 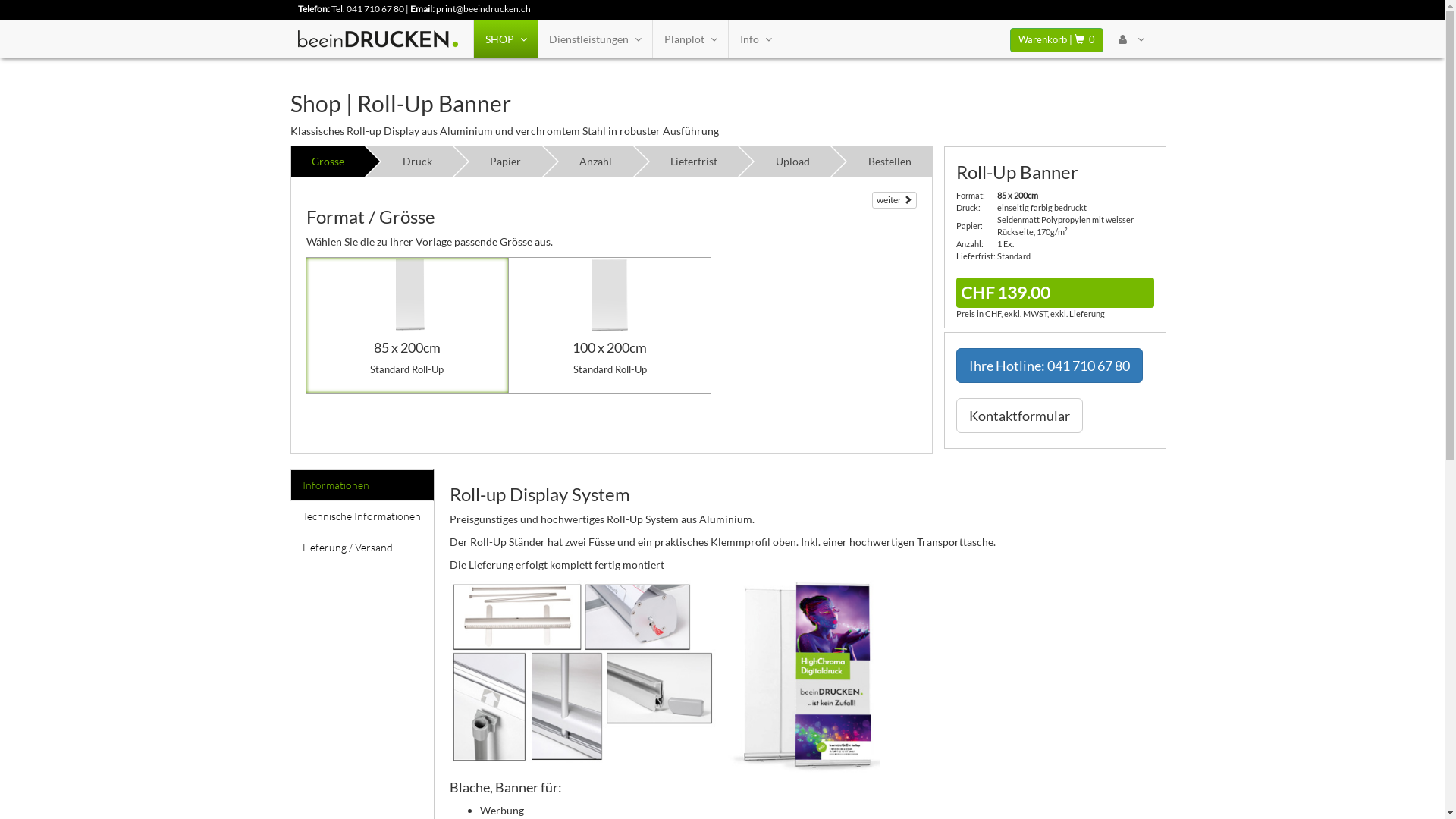 What do you see at coordinates (367, 8) in the screenshot?
I see `'Tel. 041 710 67 80'` at bounding box center [367, 8].